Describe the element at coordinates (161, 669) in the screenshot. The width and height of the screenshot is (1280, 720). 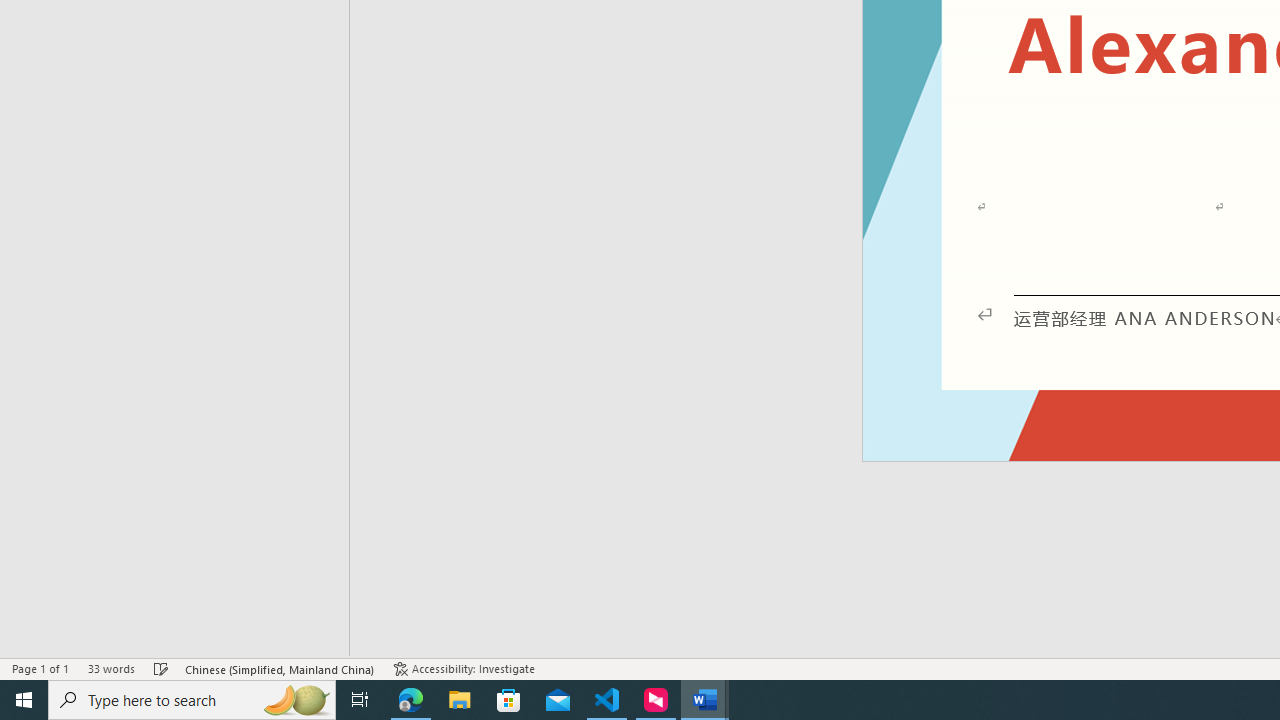
I see `'Spelling and Grammar Check Checking'` at that location.